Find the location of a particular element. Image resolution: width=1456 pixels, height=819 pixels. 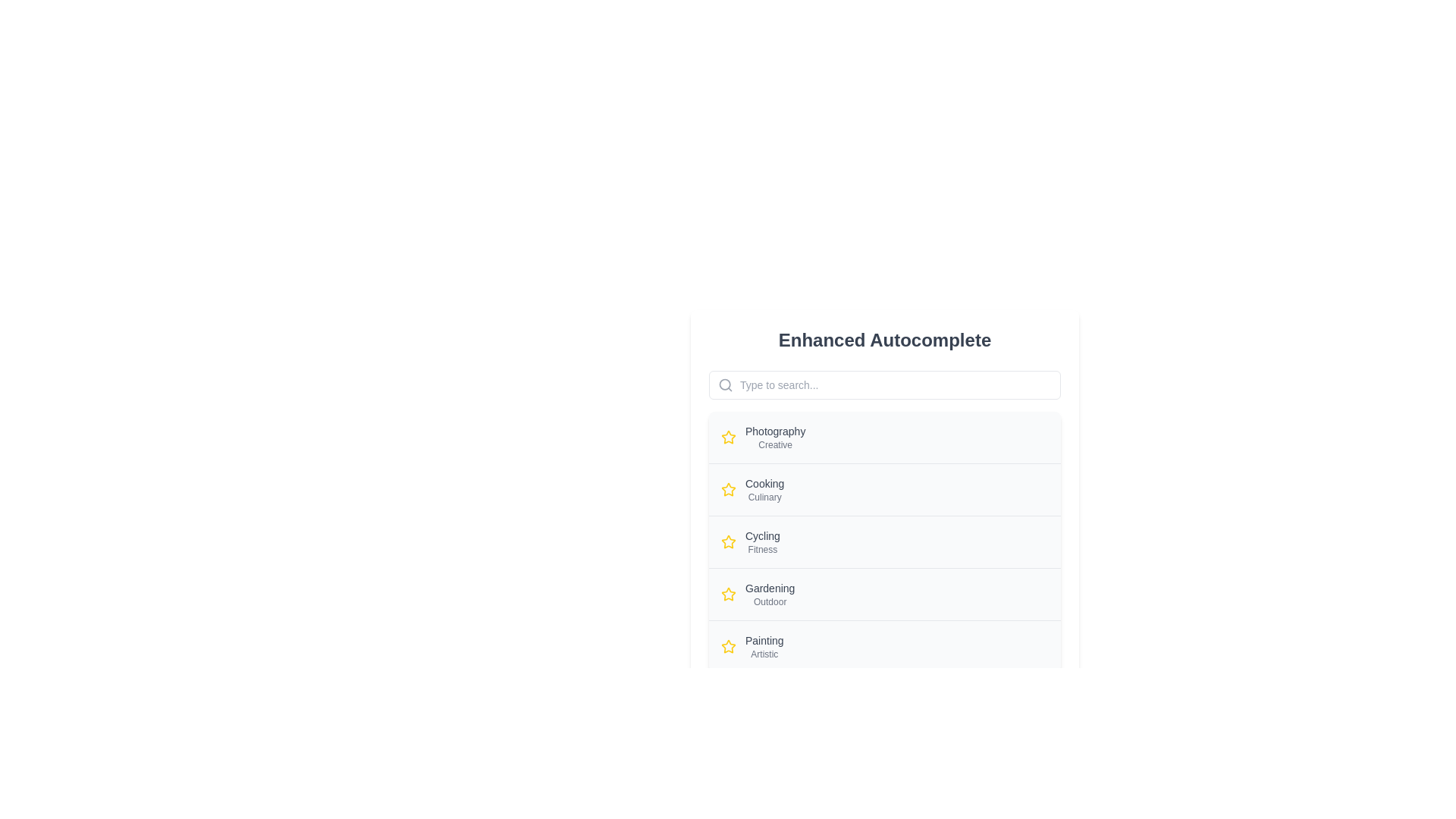

the 'Gardening Outdoor' category item is located at coordinates (884, 593).